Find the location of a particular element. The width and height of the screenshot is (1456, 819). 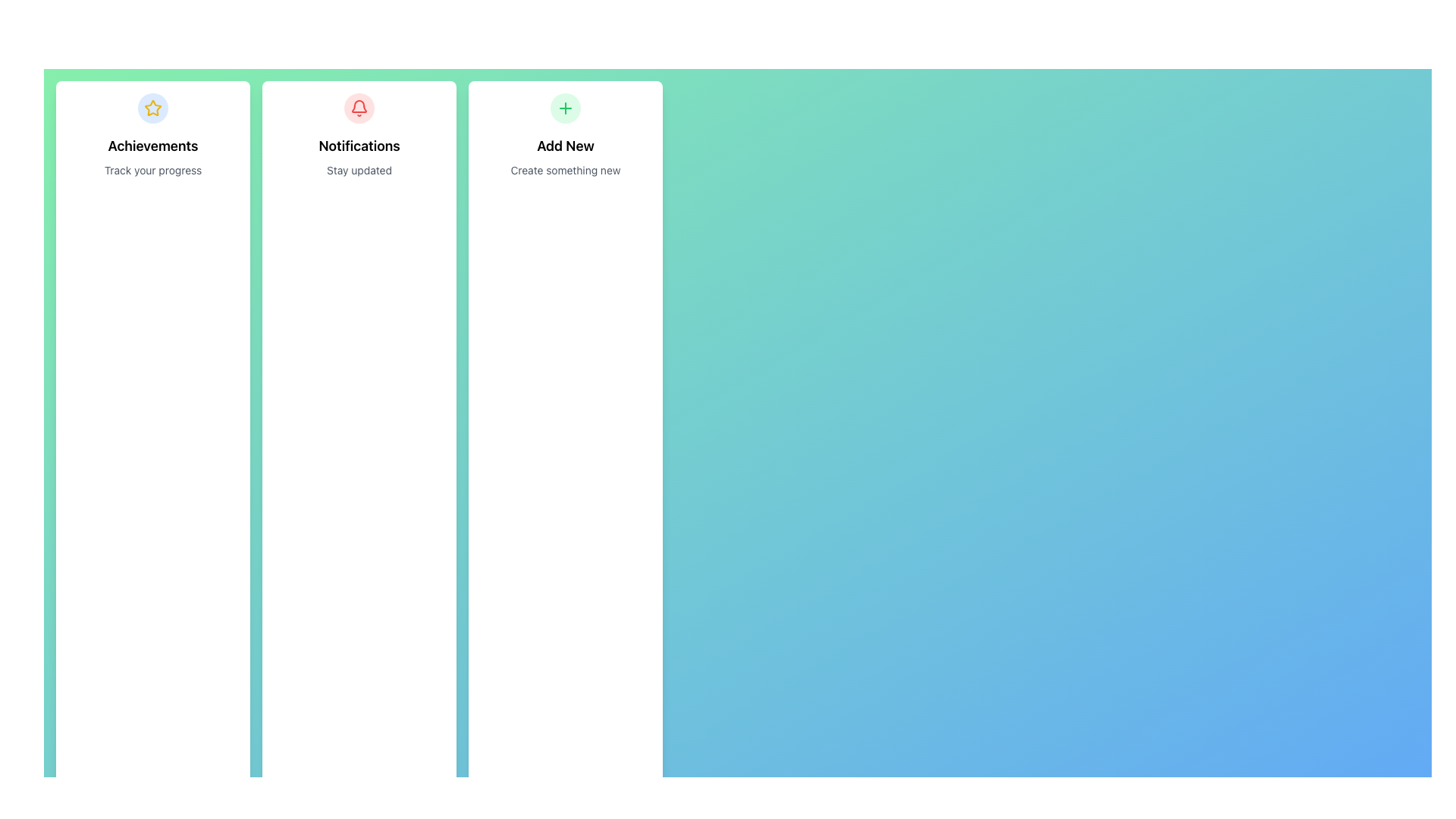

text of the heading element positioned at the top-middle of the first card on the left, which serves as the title for achievements tracking is located at coordinates (152, 146).